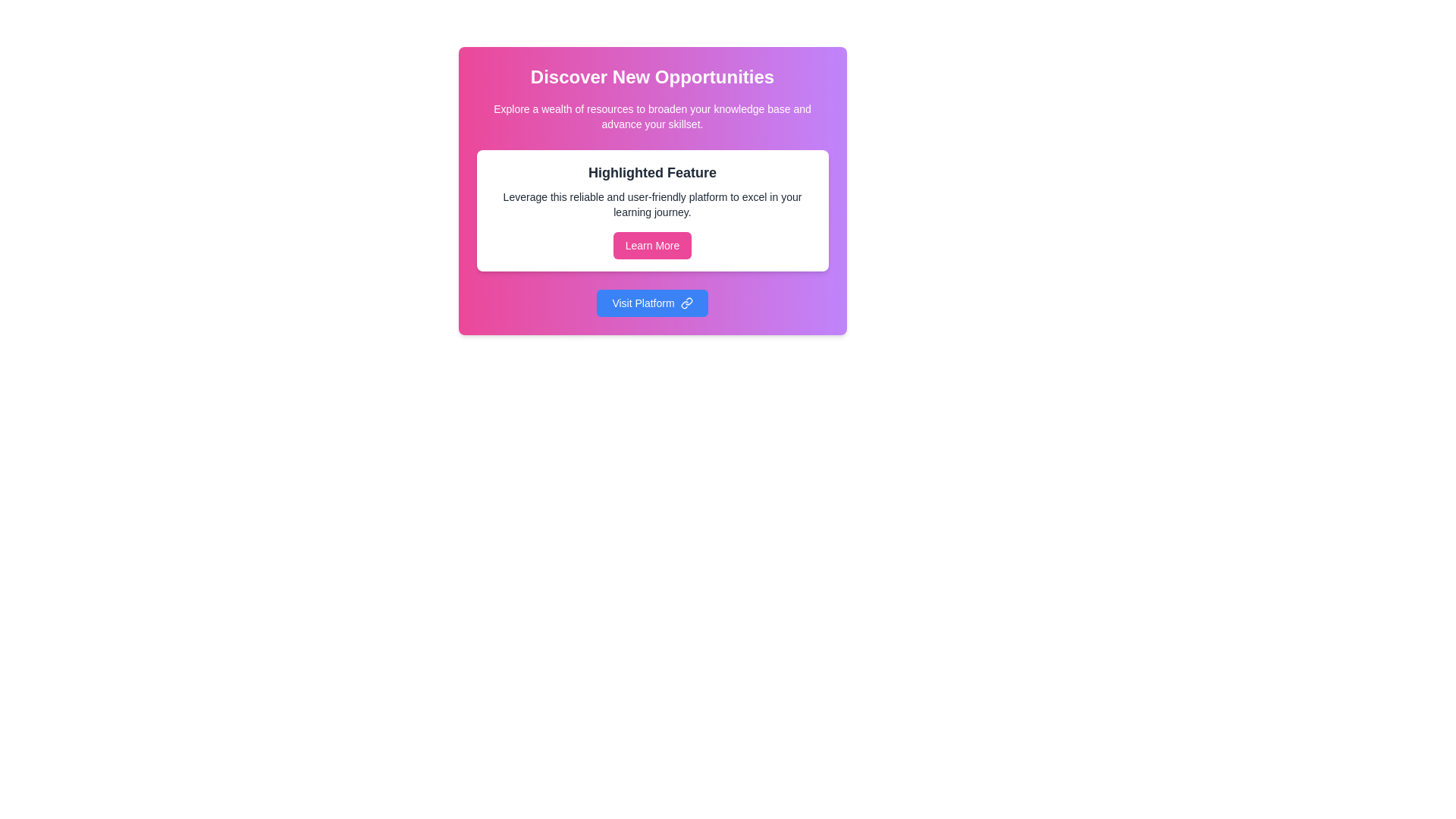  Describe the element at coordinates (683, 305) in the screenshot. I see `the decorative part of the link icon that is the second part of two overlapping chain link shapes, located to the right of the text 'Visit Platform'` at that location.